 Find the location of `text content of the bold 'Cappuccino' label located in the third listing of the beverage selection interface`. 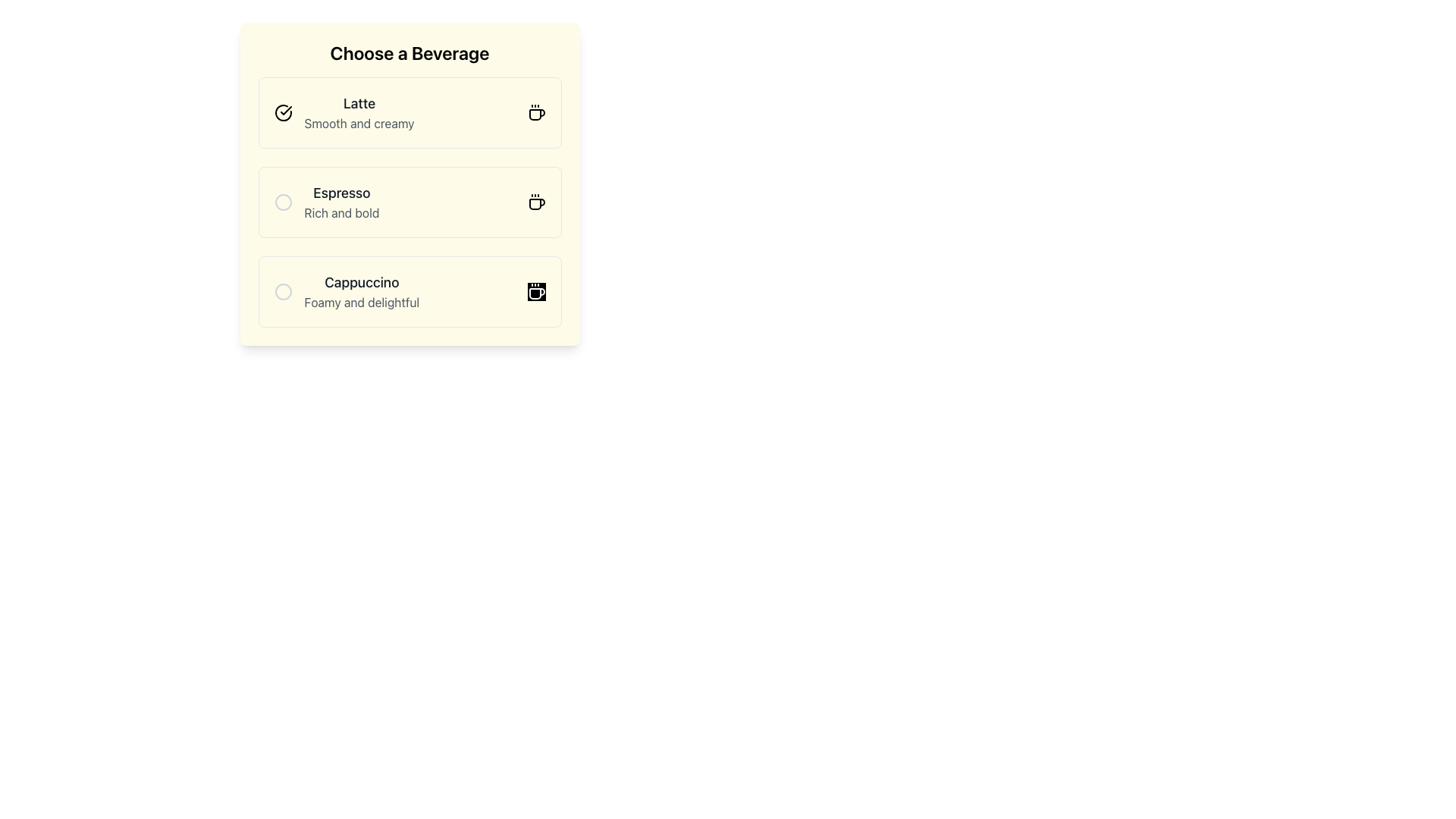

text content of the bold 'Cappuccino' label located in the third listing of the beverage selection interface is located at coordinates (361, 283).